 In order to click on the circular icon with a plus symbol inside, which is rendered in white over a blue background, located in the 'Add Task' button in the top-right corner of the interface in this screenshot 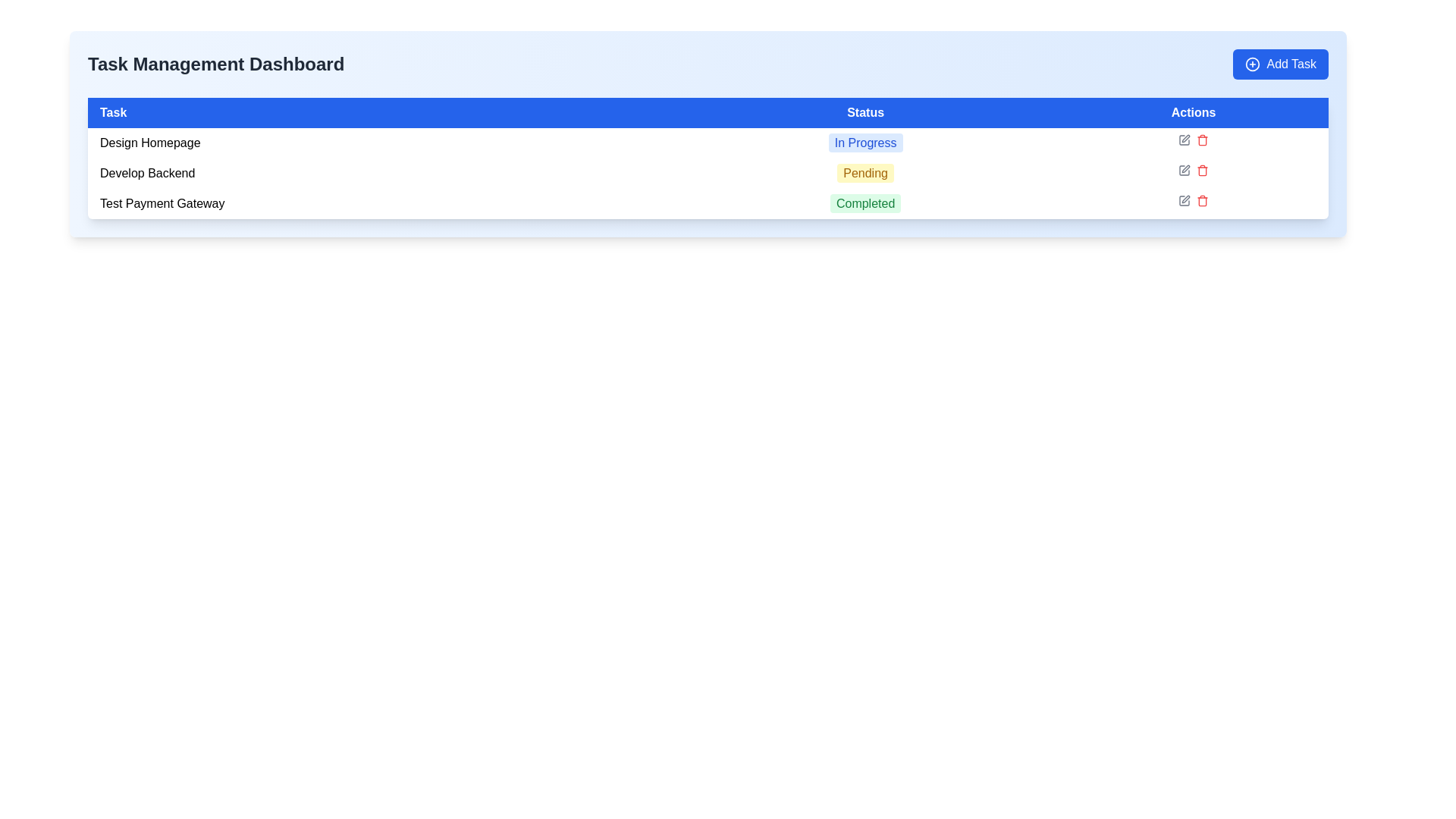, I will do `click(1253, 63)`.